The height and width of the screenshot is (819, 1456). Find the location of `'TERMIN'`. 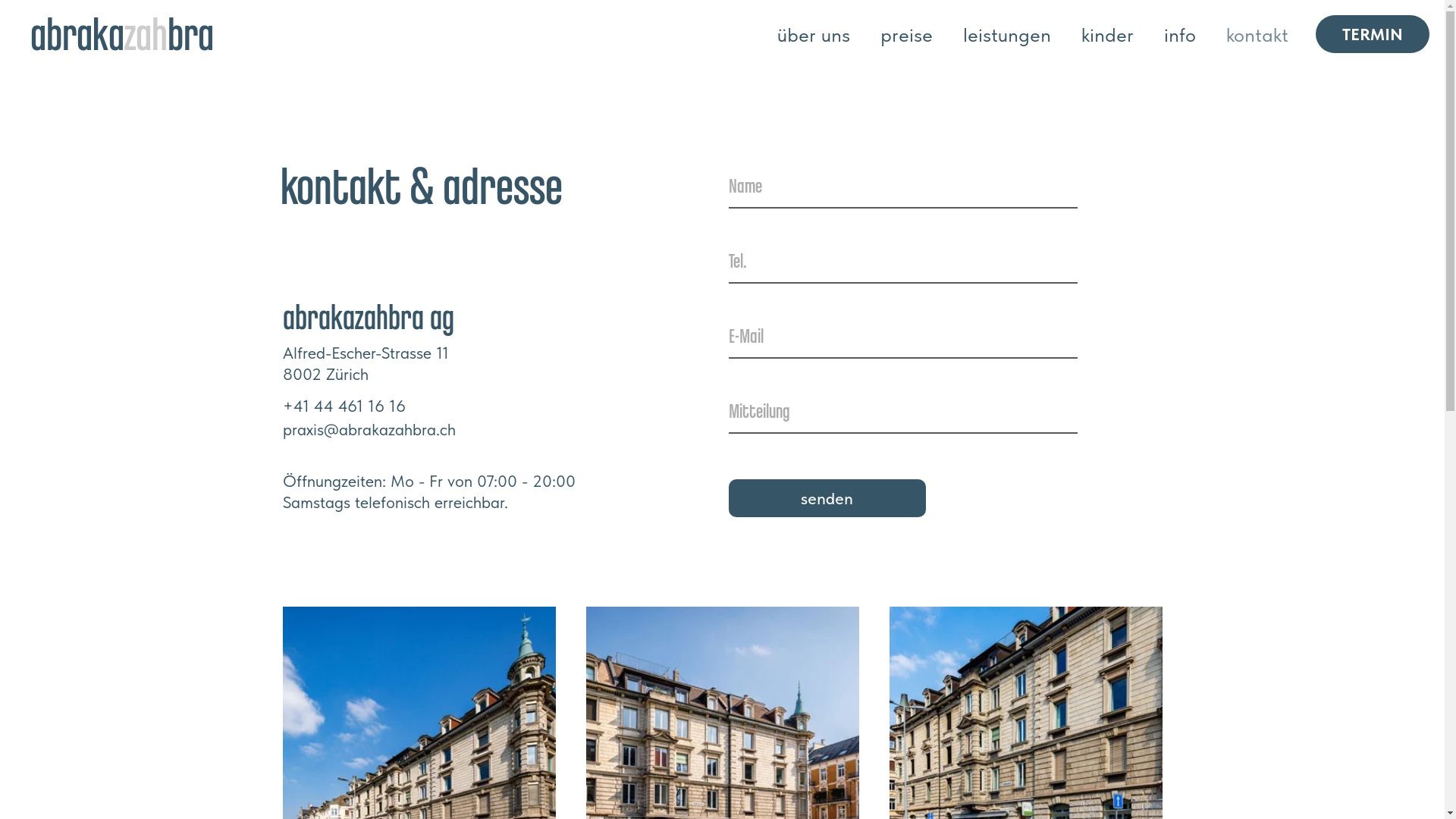

'TERMIN' is located at coordinates (1372, 33).